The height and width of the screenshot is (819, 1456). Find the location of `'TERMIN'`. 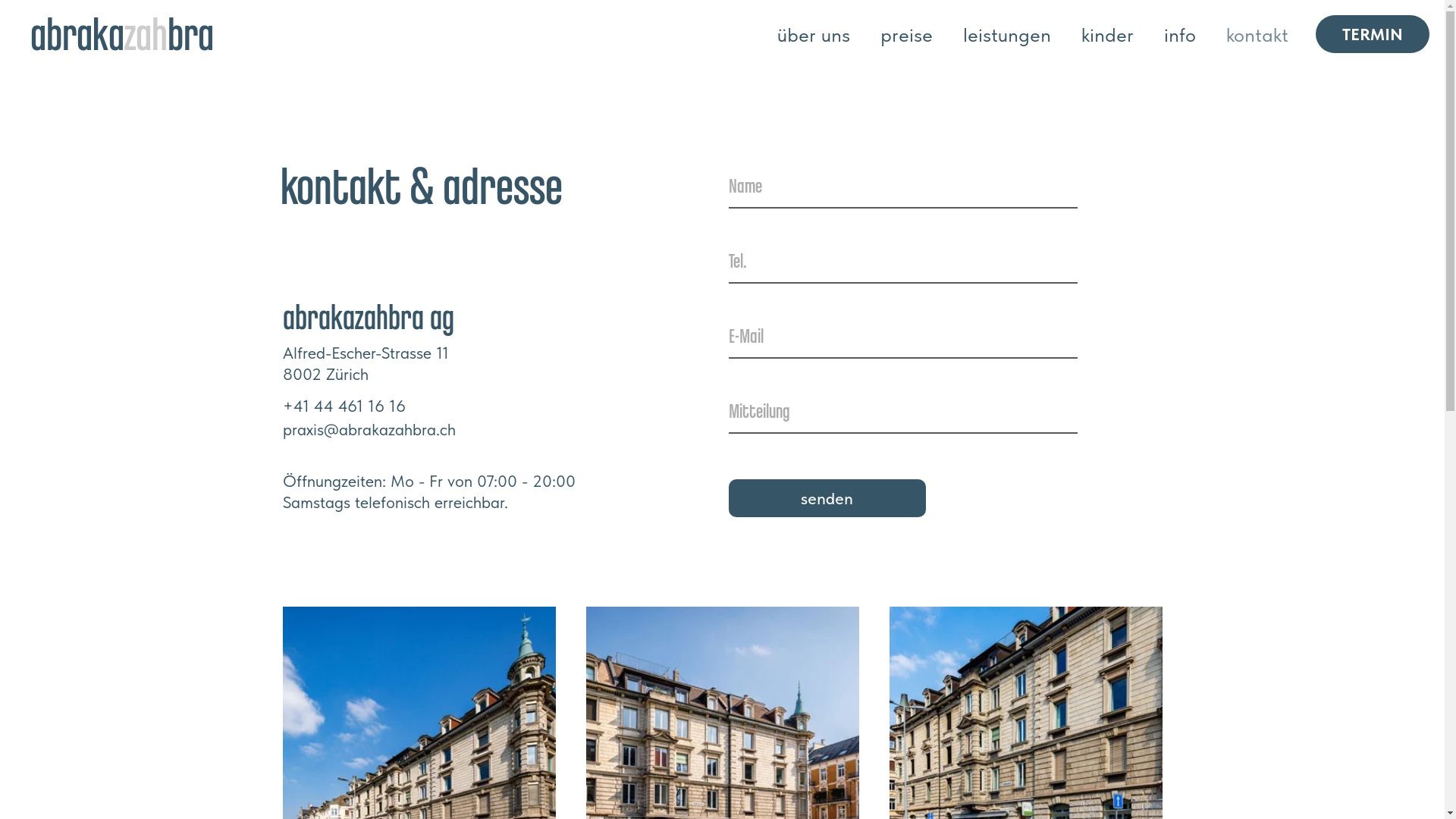

'TERMIN' is located at coordinates (1372, 33).